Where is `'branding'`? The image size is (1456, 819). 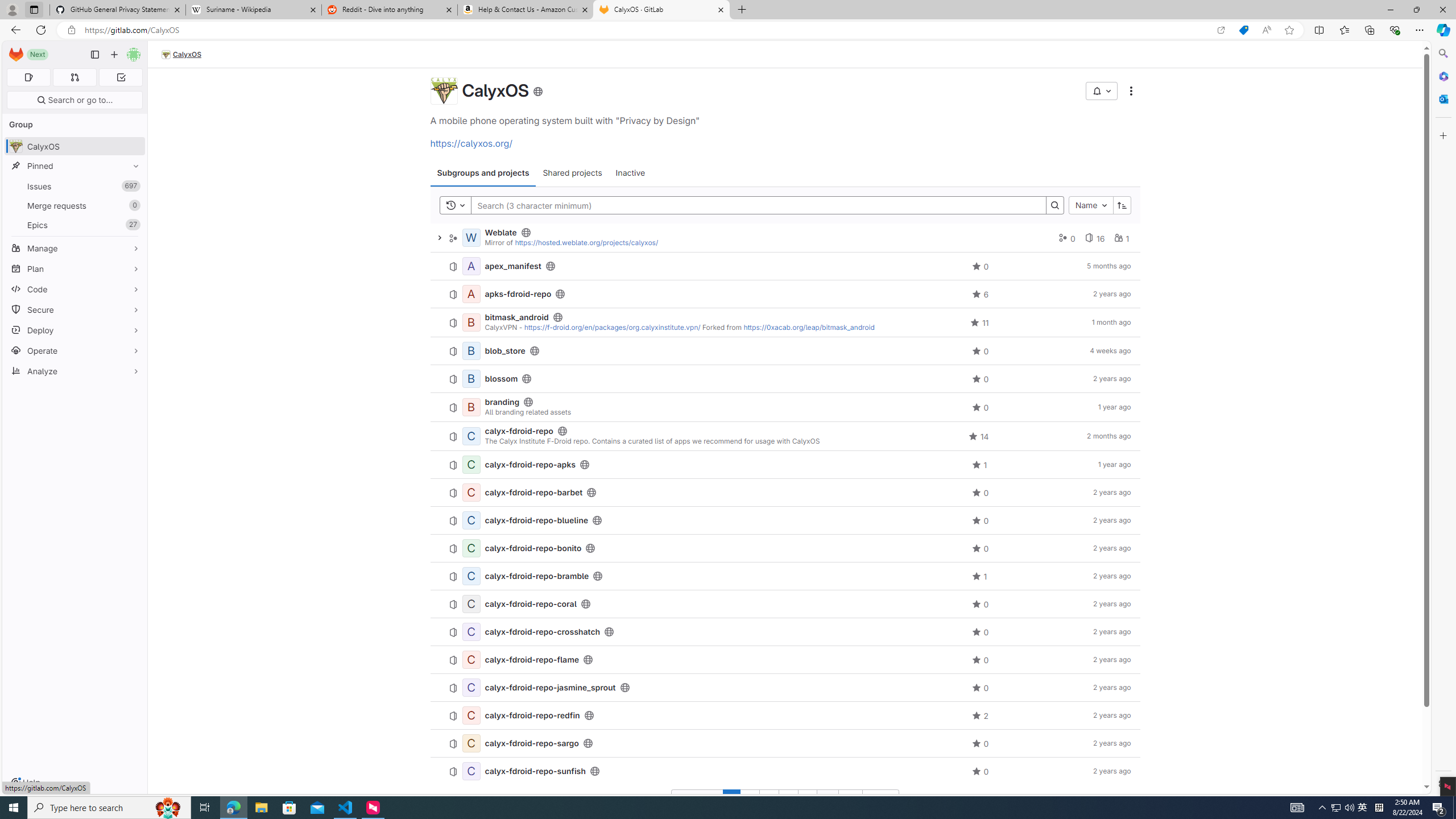
'branding' is located at coordinates (502, 402).